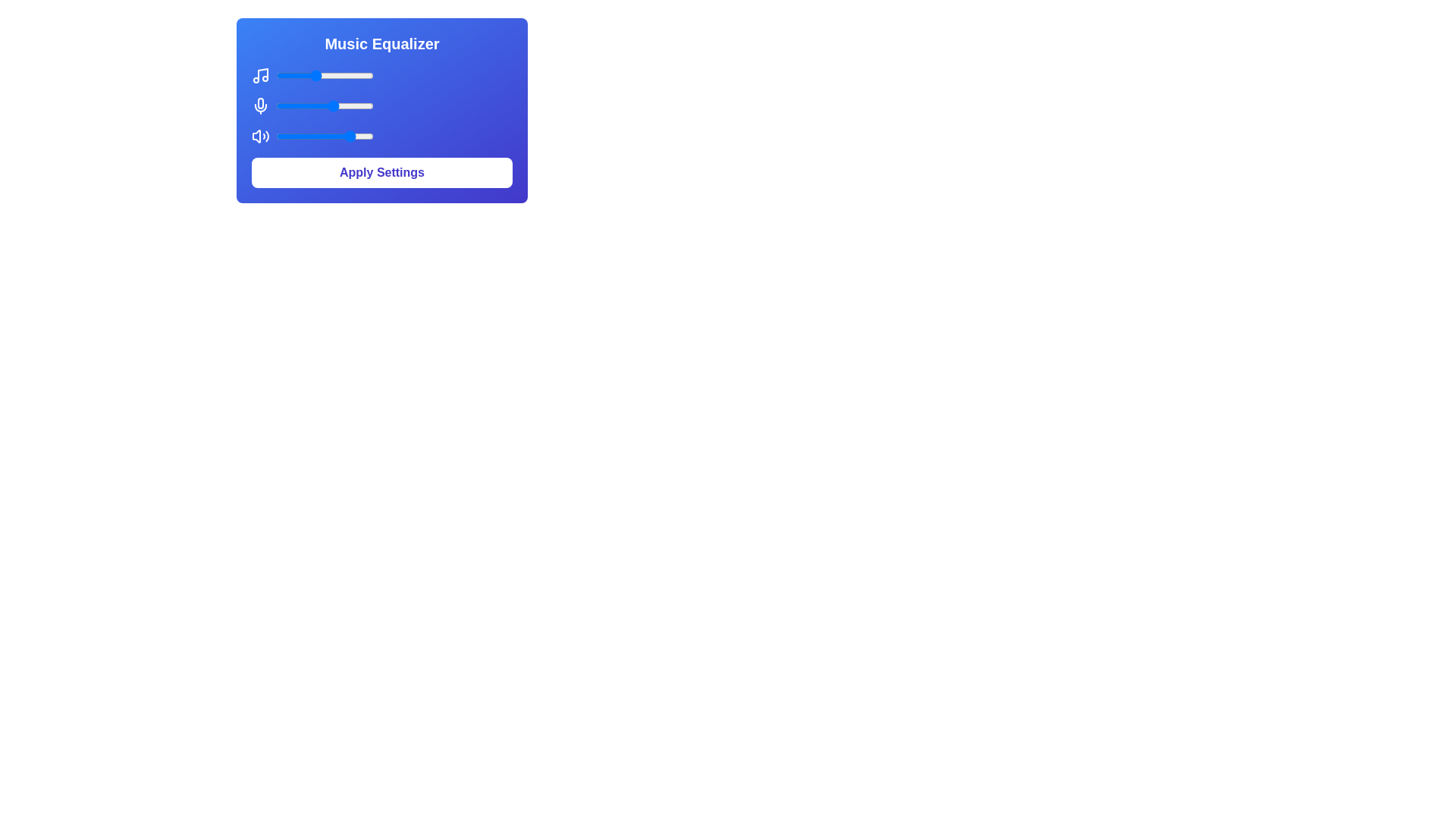  I want to click on the slider value, so click(369, 136).